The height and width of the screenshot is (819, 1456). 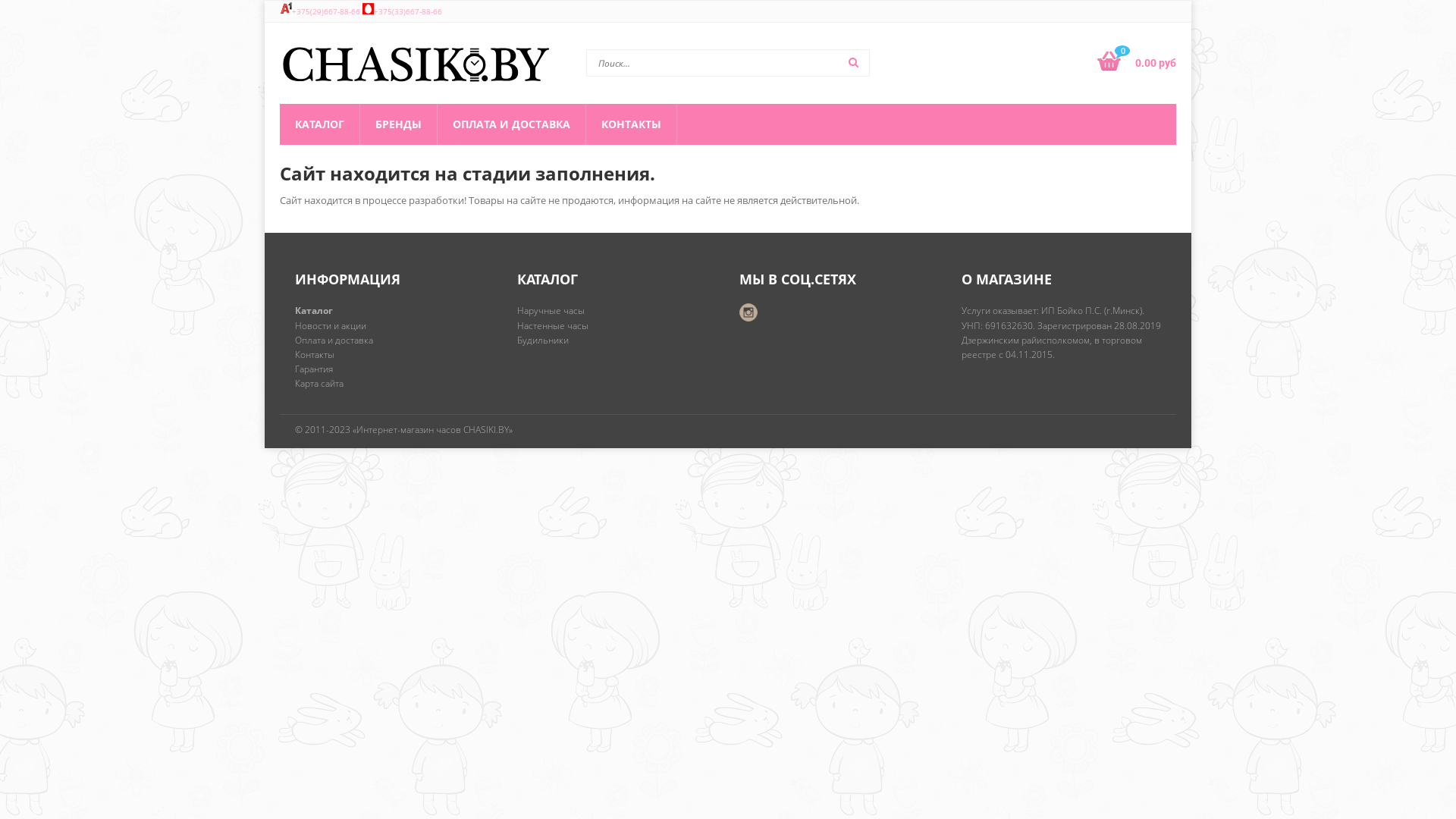 I want to click on '+375(33)667-88-66', so click(x=407, y=11).